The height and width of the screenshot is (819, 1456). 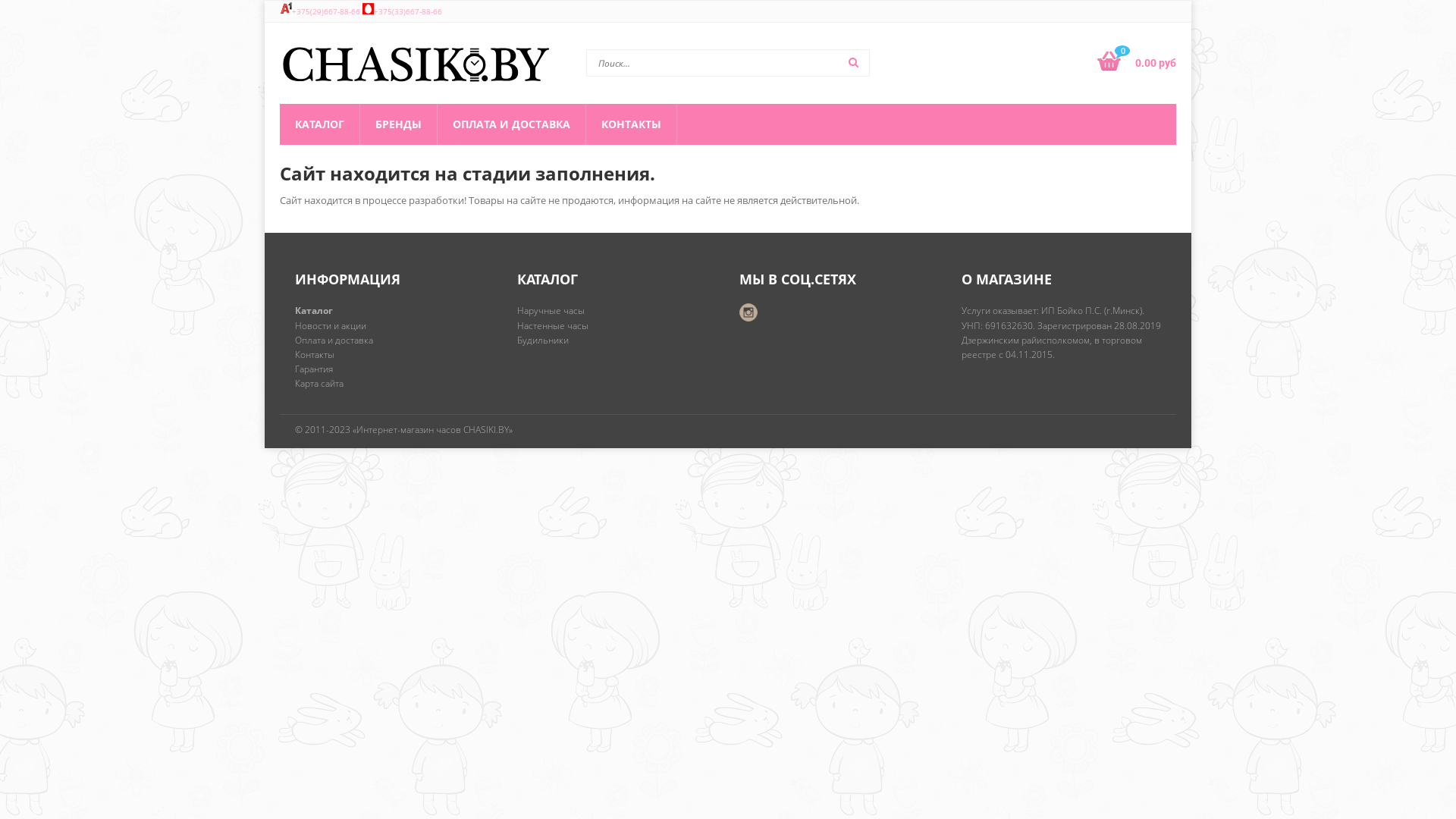 I want to click on '+375(33)667-88-66', so click(x=407, y=11).